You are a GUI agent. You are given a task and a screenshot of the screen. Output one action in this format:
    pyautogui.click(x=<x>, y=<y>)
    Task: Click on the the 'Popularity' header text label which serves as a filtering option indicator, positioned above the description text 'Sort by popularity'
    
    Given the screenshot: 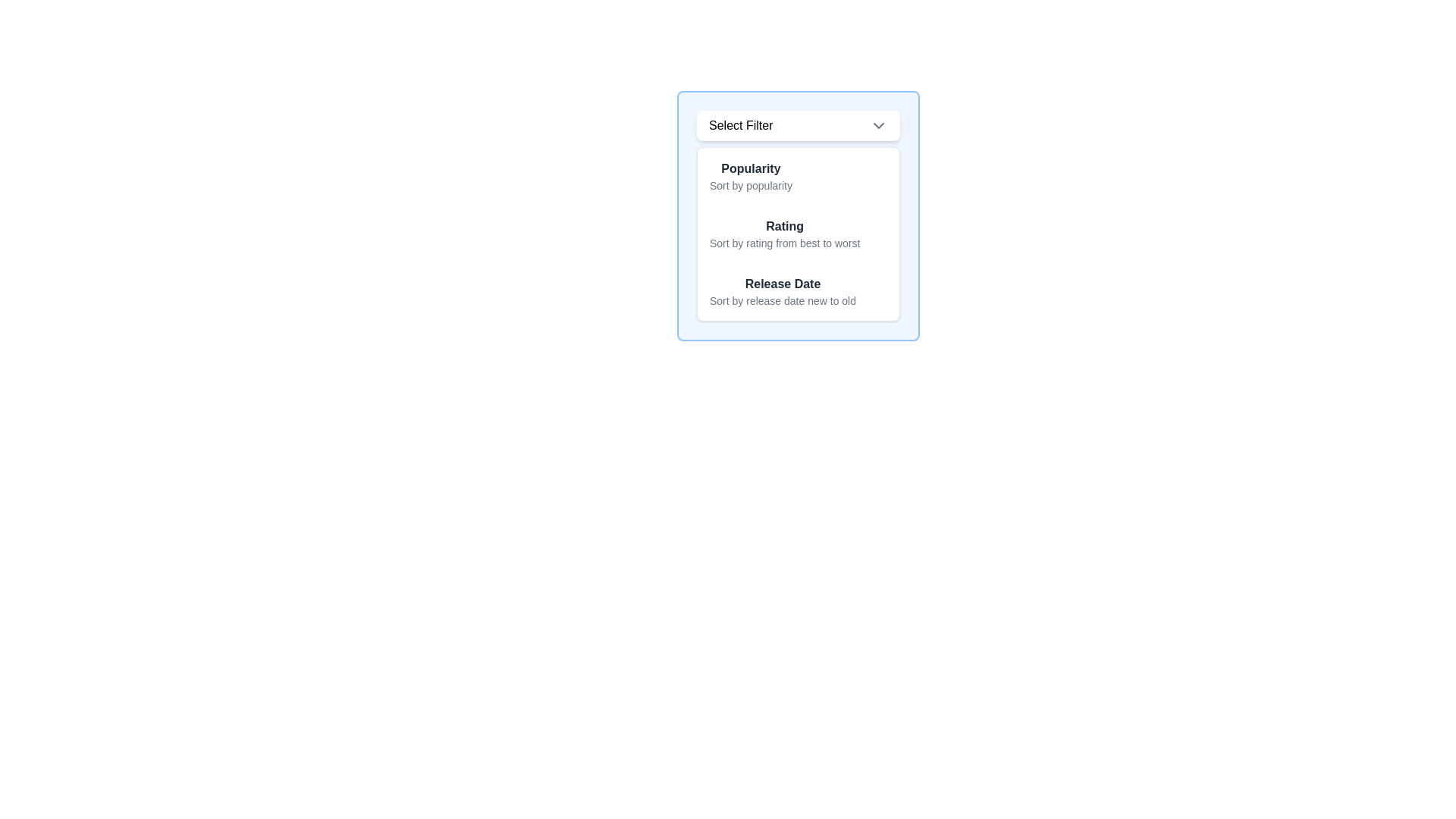 What is the action you would take?
    pyautogui.click(x=751, y=169)
    